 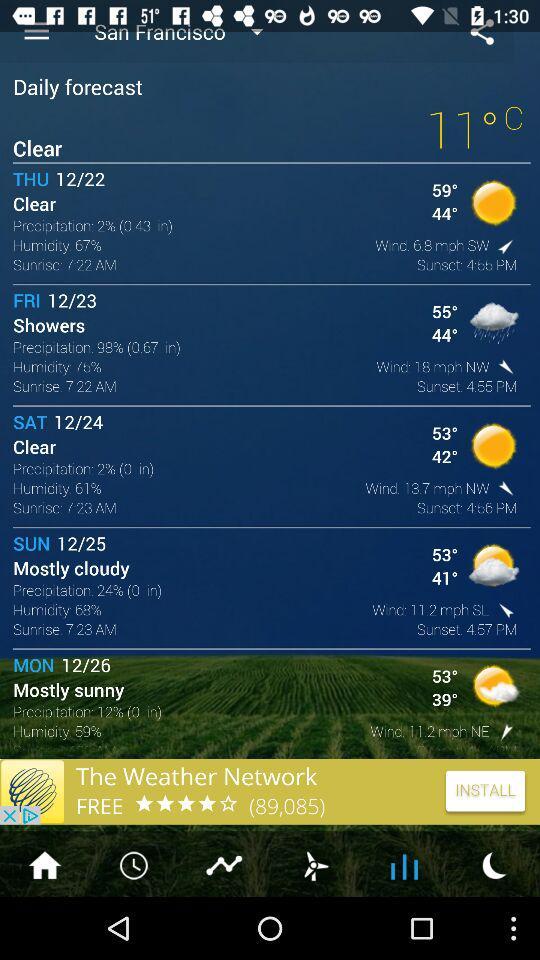 I want to click on the home icon, so click(x=44, y=925).